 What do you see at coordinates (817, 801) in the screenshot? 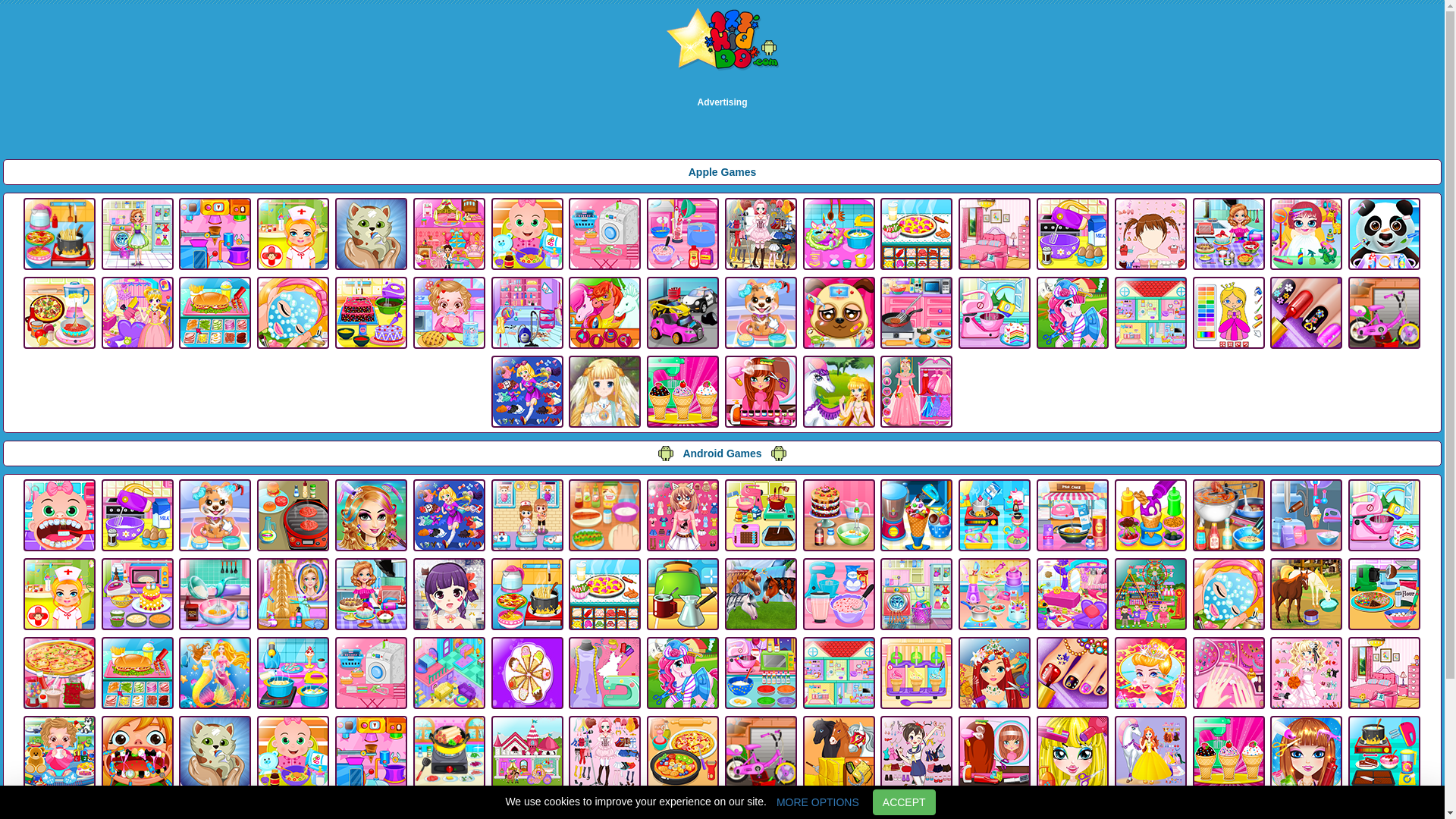
I see `'MORE OPTIONS'` at bounding box center [817, 801].